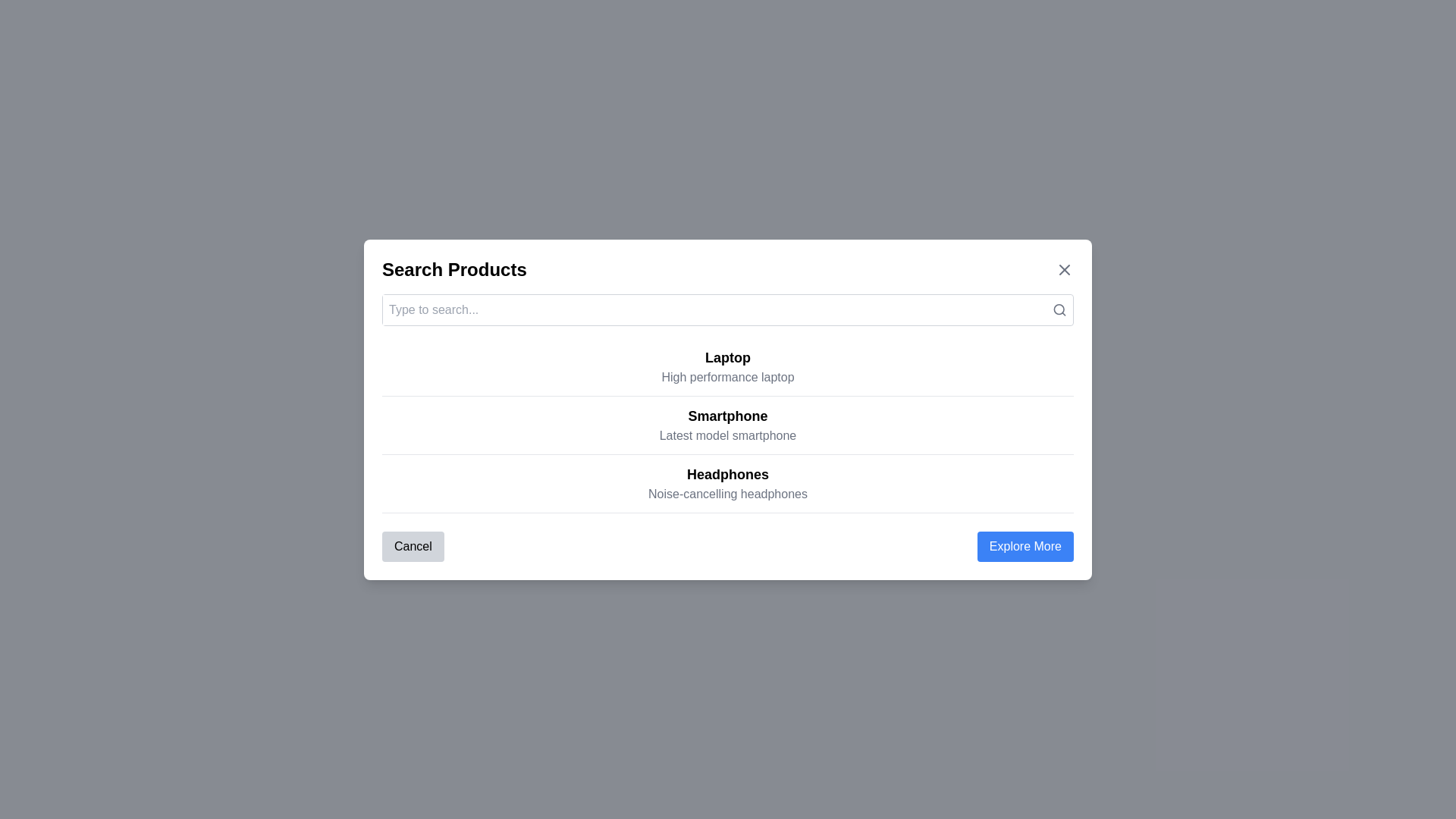 The image size is (1456, 819). Describe the element at coordinates (1058, 308) in the screenshot. I see `the circular gray icon of the magnifying glass located in the top-right corner of the search interface within the header of the modal dialog` at that location.